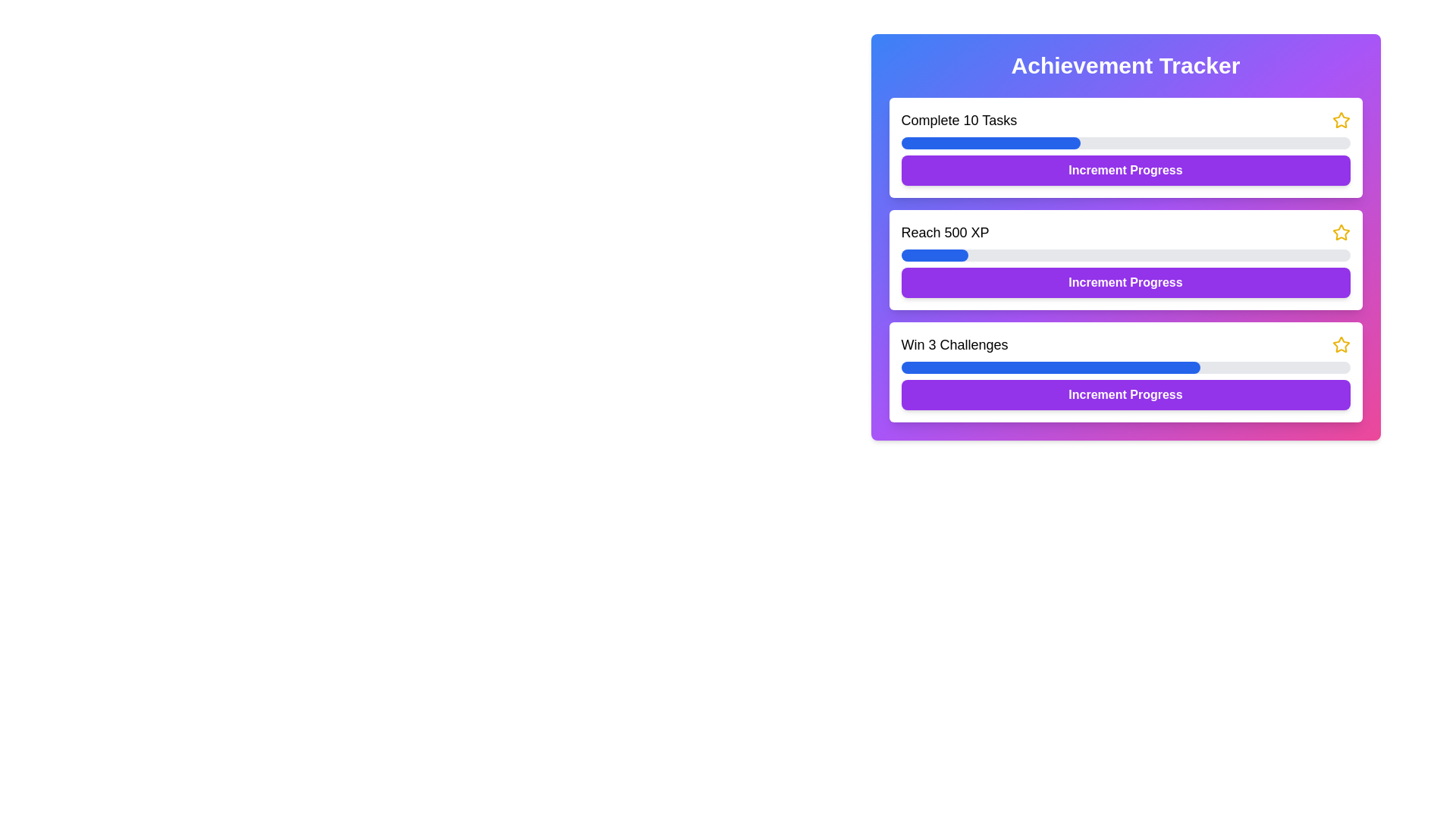  What do you see at coordinates (1341, 119) in the screenshot?
I see `the status indicator icon located on the far-right side of the 'Complete 10 Tasks' section` at bounding box center [1341, 119].